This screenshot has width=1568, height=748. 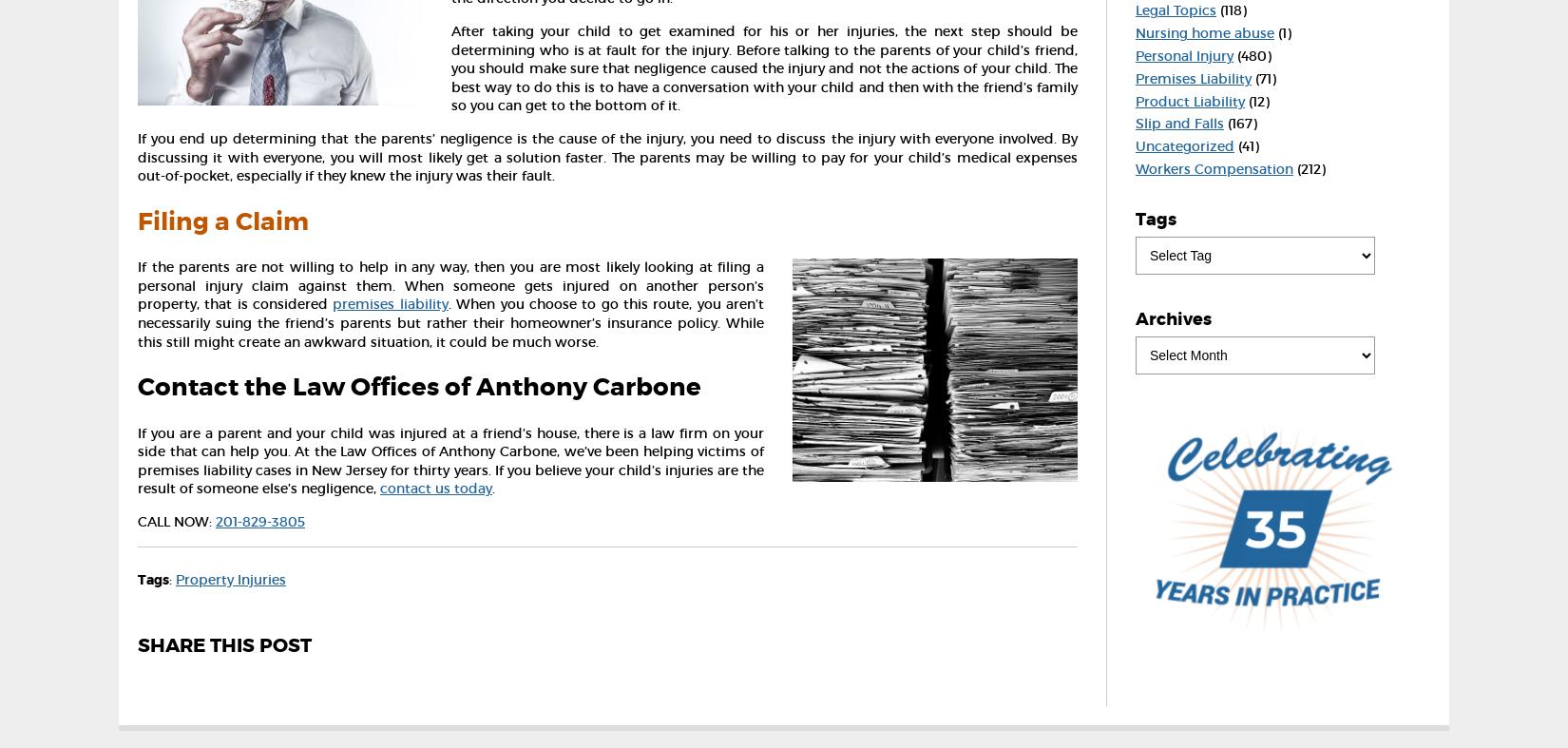 What do you see at coordinates (1189, 100) in the screenshot?
I see `'Product Liability'` at bounding box center [1189, 100].